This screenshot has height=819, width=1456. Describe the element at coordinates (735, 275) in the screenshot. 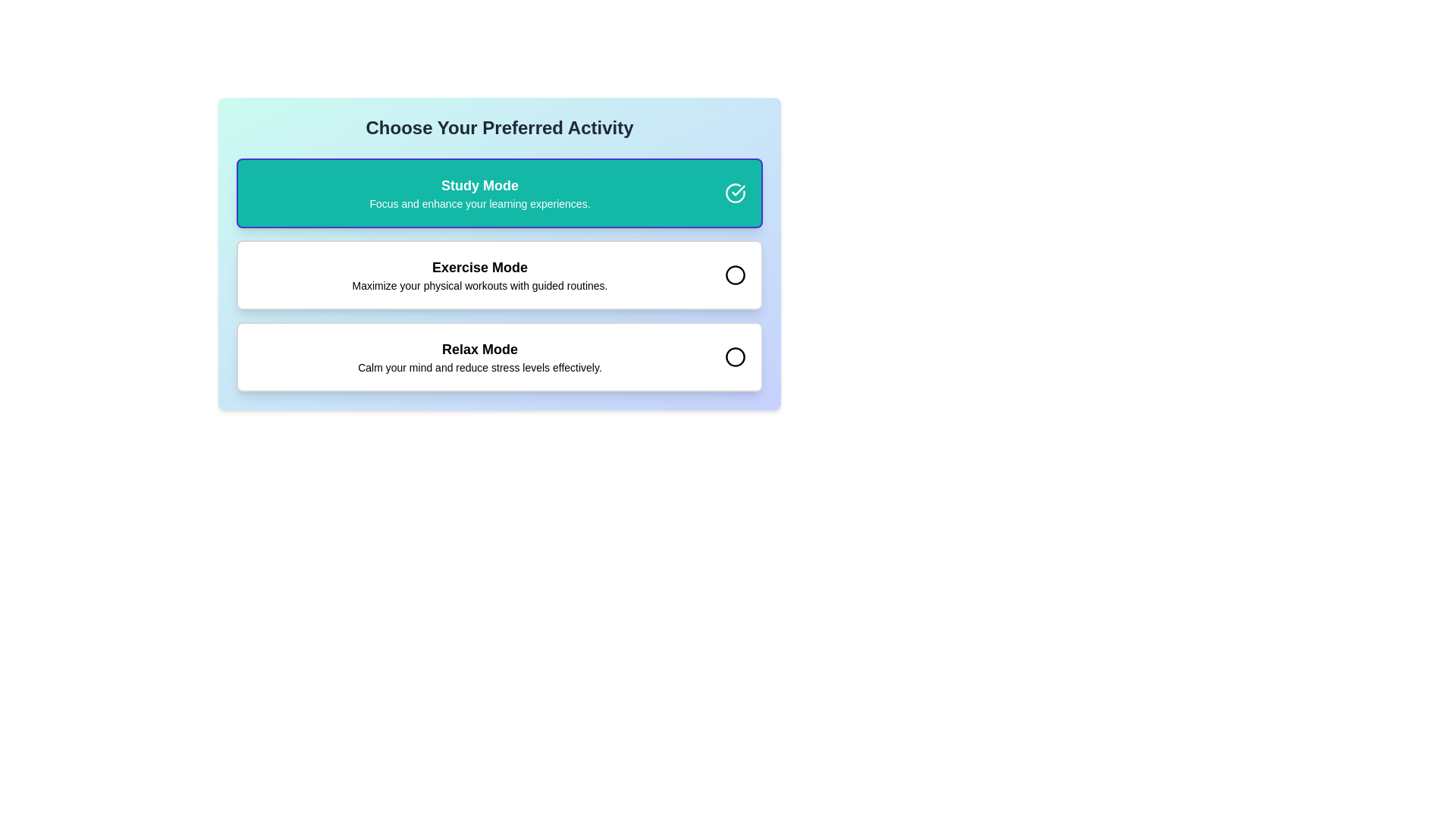

I see `the radio button for 'Exercise Mode' located above the label 'Maximize your physical workouts with guided routines.' and to the right of the 'Exercise Mode' title within the white card dedicated to 'Exercise Mode'` at that location.